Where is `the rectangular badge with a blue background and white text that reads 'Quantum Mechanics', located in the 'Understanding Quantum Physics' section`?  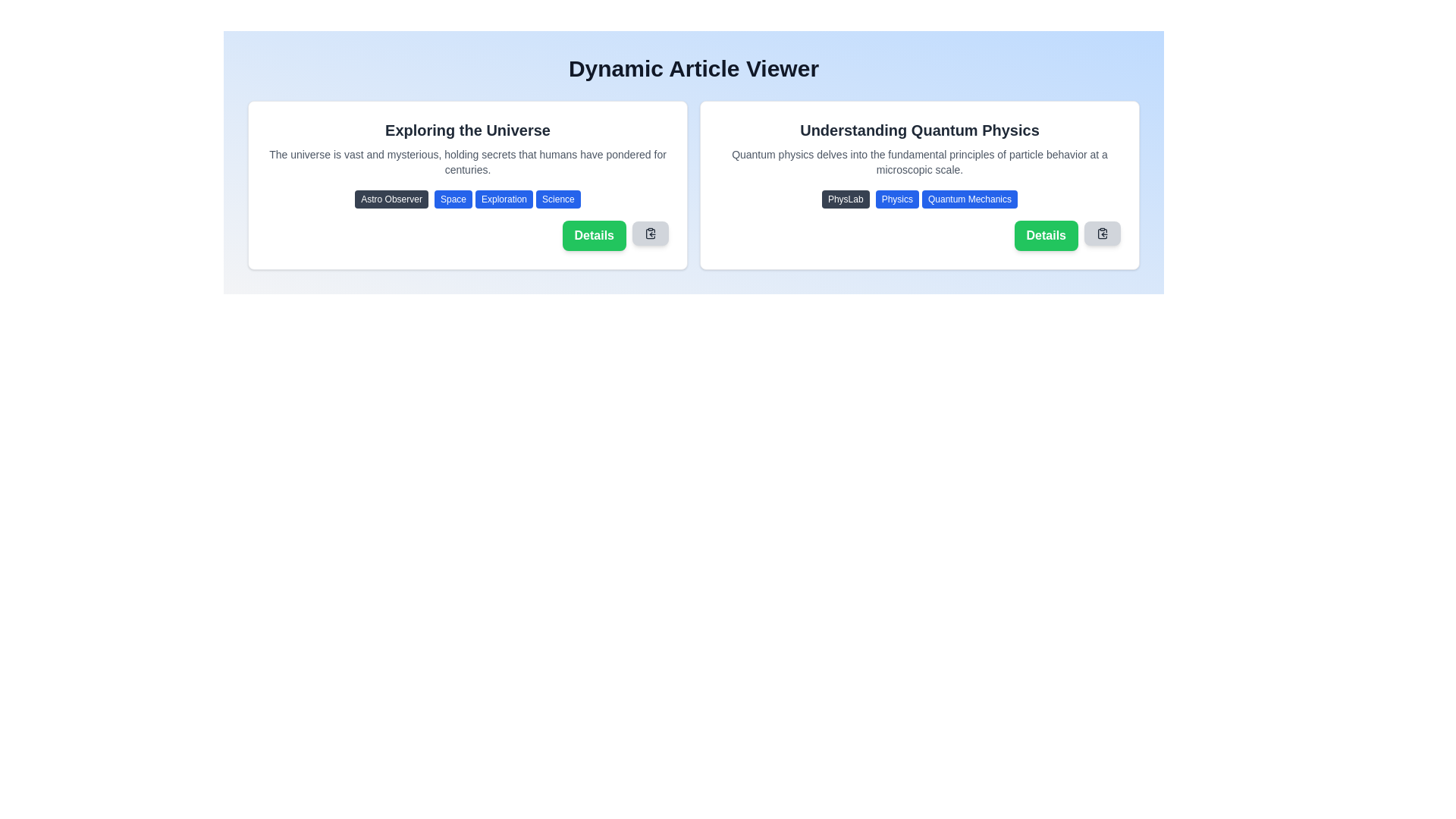
the rectangular badge with a blue background and white text that reads 'Quantum Mechanics', located in the 'Understanding Quantum Physics' section is located at coordinates (969, 198).